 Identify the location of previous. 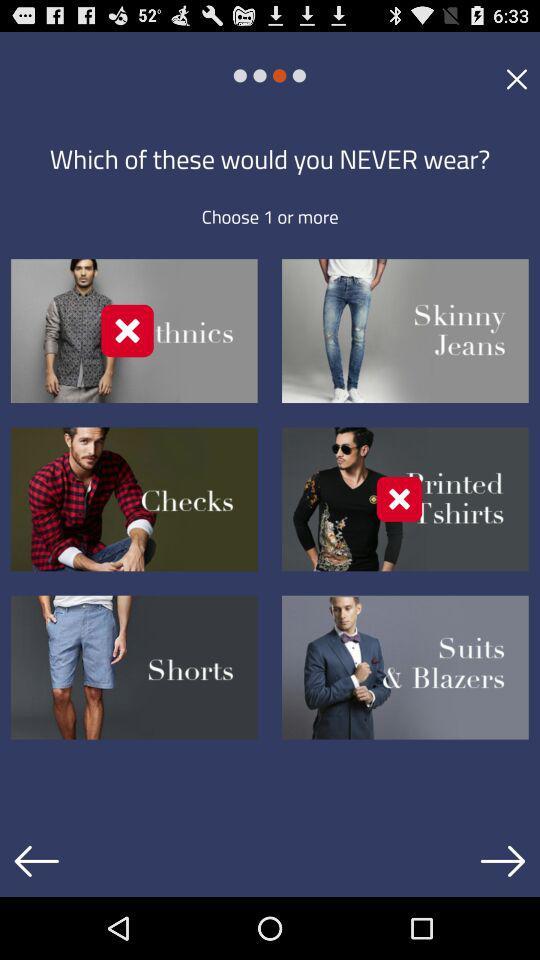
(36, 860).